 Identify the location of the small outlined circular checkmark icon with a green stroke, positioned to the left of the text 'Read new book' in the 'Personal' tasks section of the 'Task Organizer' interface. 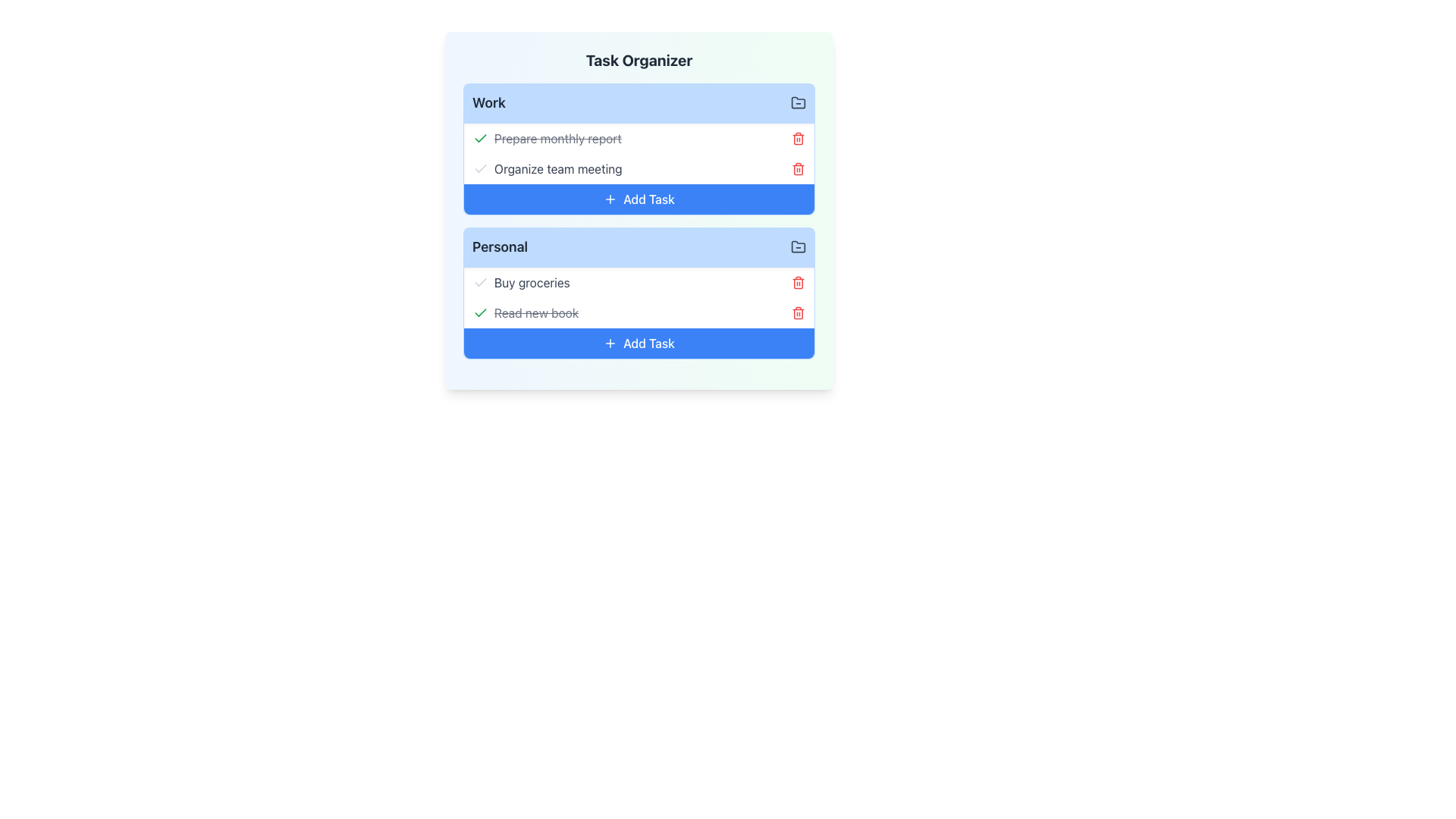
(479, 312).